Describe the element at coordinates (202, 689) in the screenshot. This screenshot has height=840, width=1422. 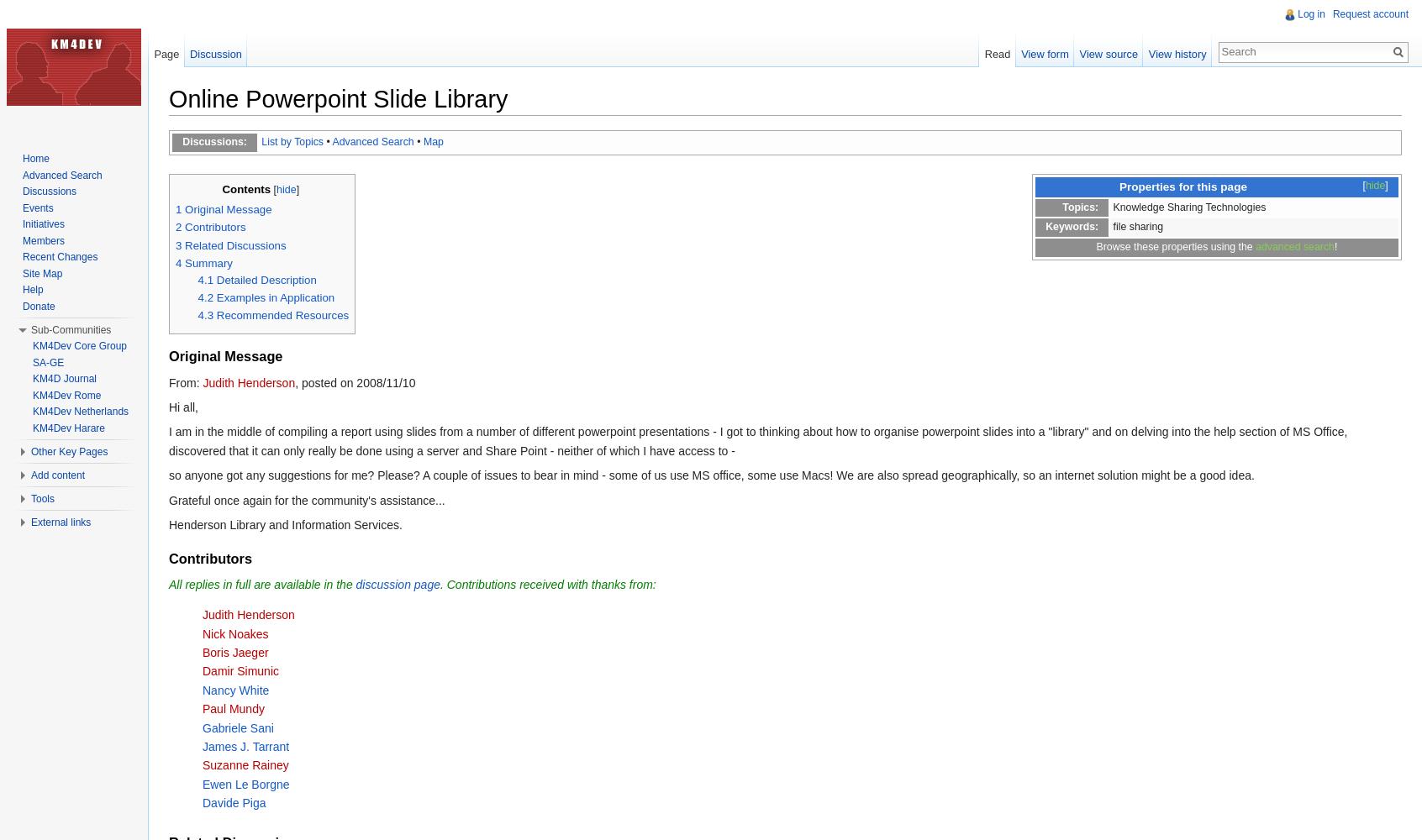
I see `'Nancy White'` at that location.